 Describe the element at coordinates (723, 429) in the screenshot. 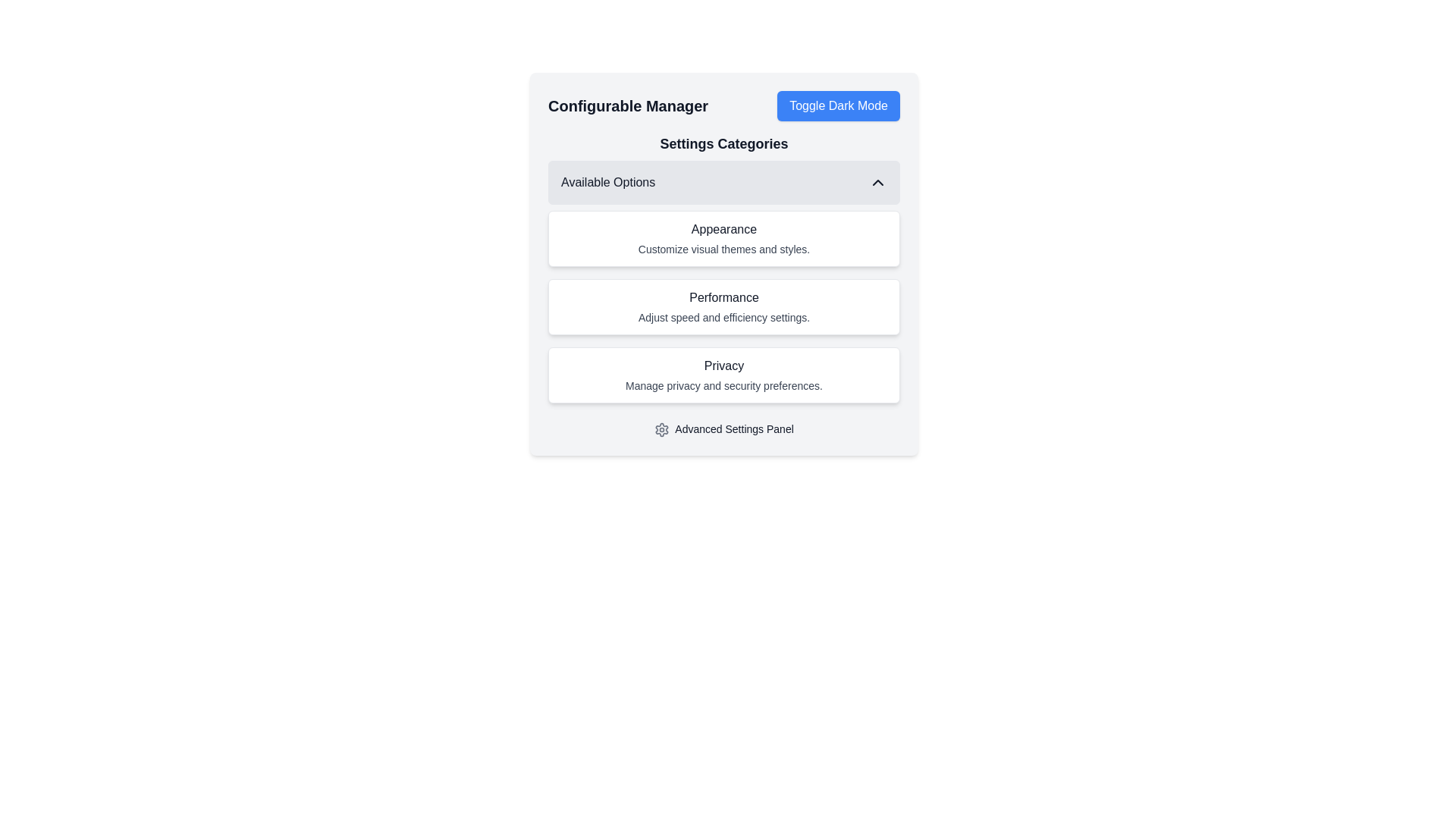

I see `the text label indicating the name or purpose of the adjacent settings panel, located at the bottom of the interface, centered horizontally` at that location.